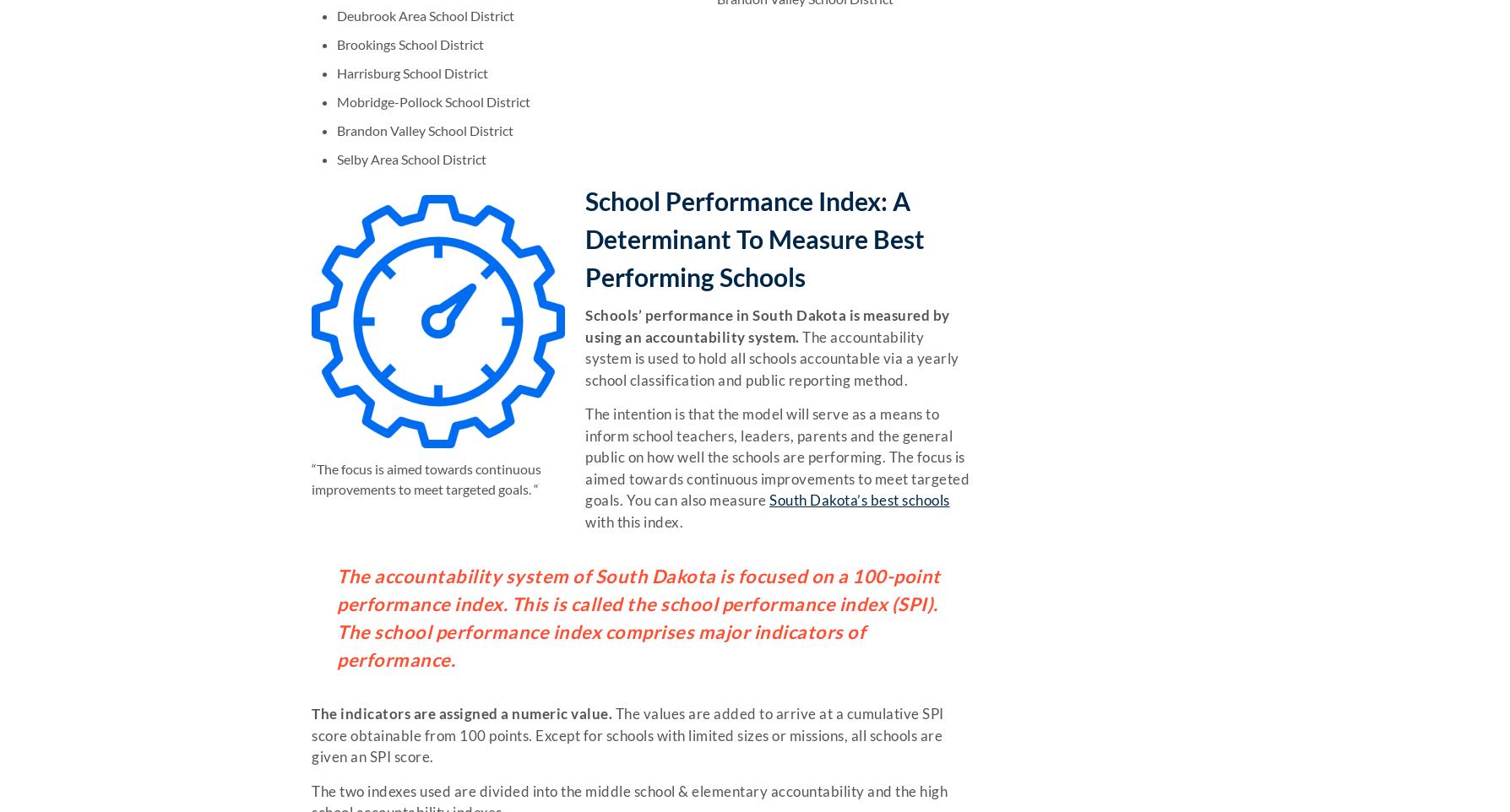 The image size is (1510, 812). I want to click on '“The focus is aimed towards continuous improvements to meet targeted goals. “', so click(426, 479).